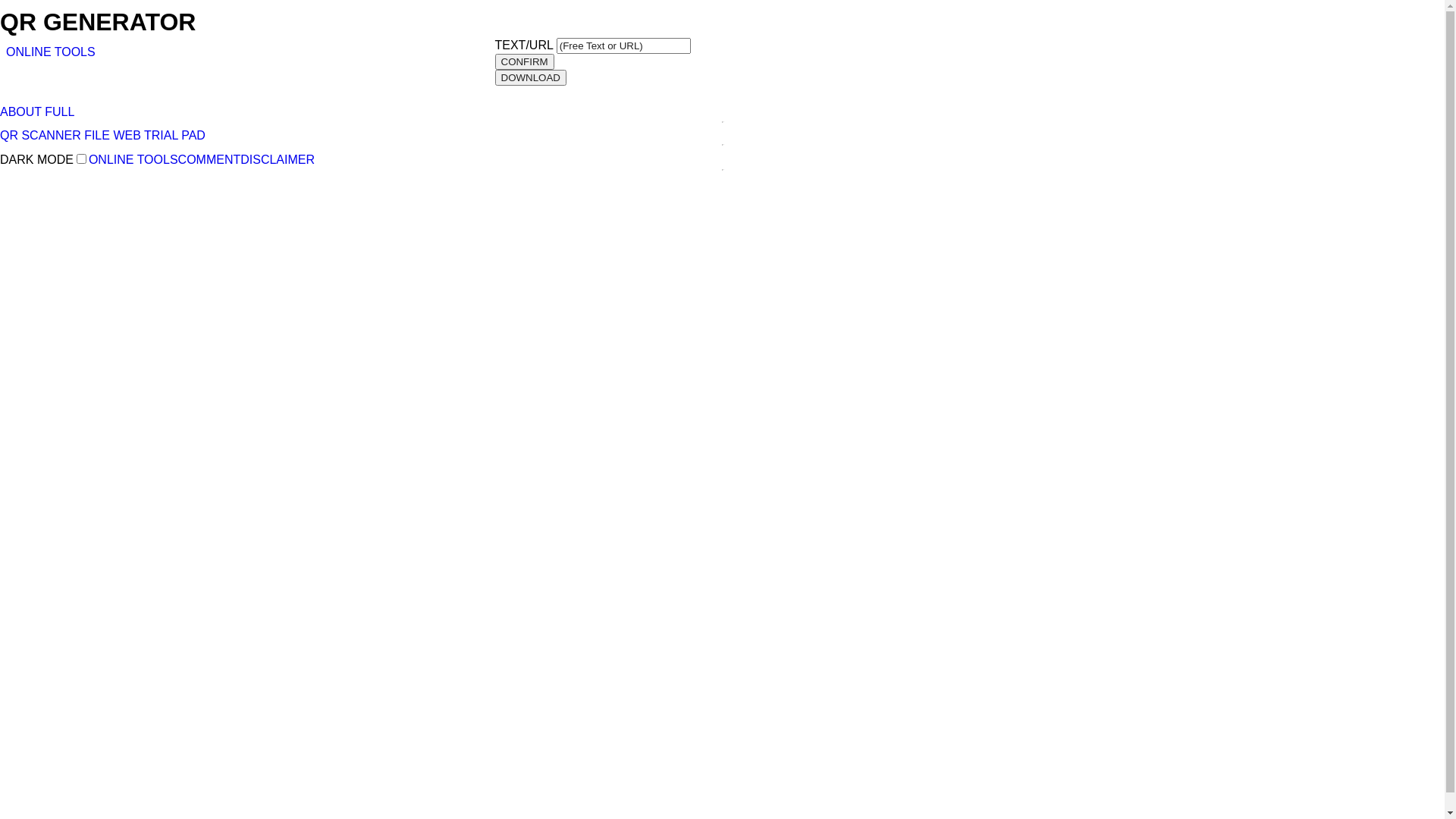 The height and width of the screenshot is (819, 1456). What do you see at coordinates (83, 134) in the screenshot?
I see `'FILE WEB'` at bounding box center [83, 134].